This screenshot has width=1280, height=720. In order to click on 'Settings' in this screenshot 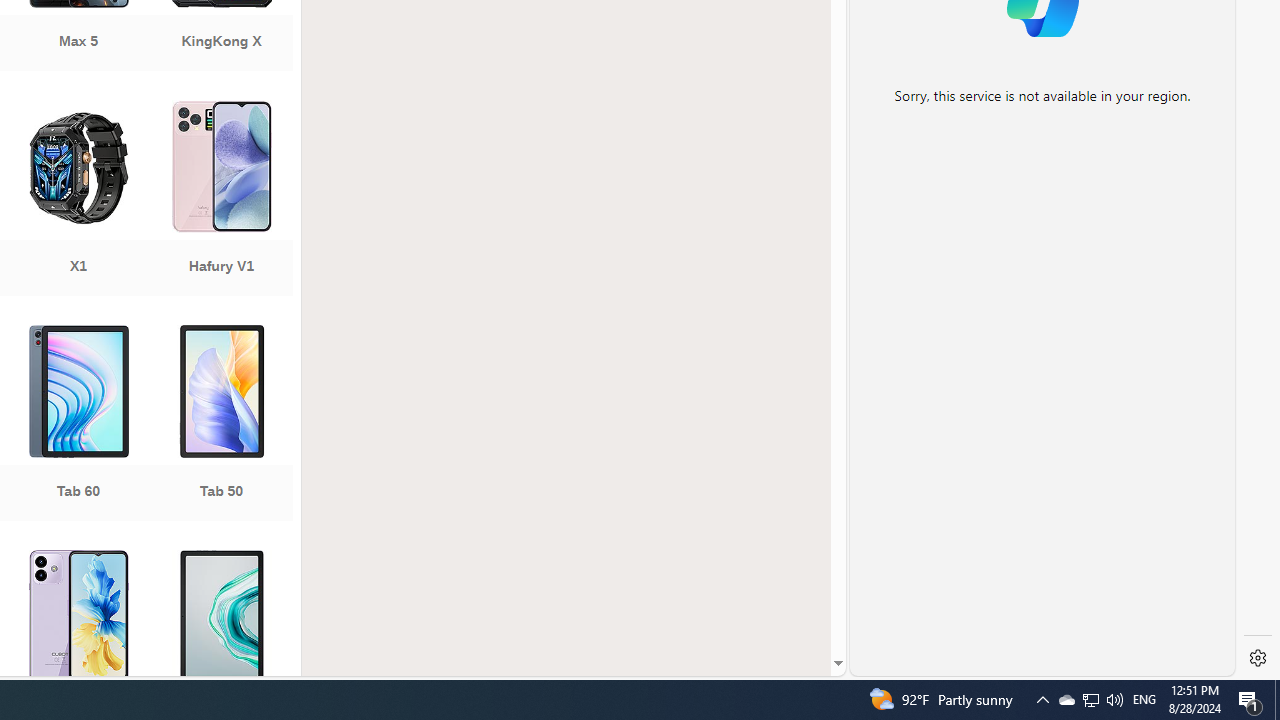, I will do `click(1257, 658)`.